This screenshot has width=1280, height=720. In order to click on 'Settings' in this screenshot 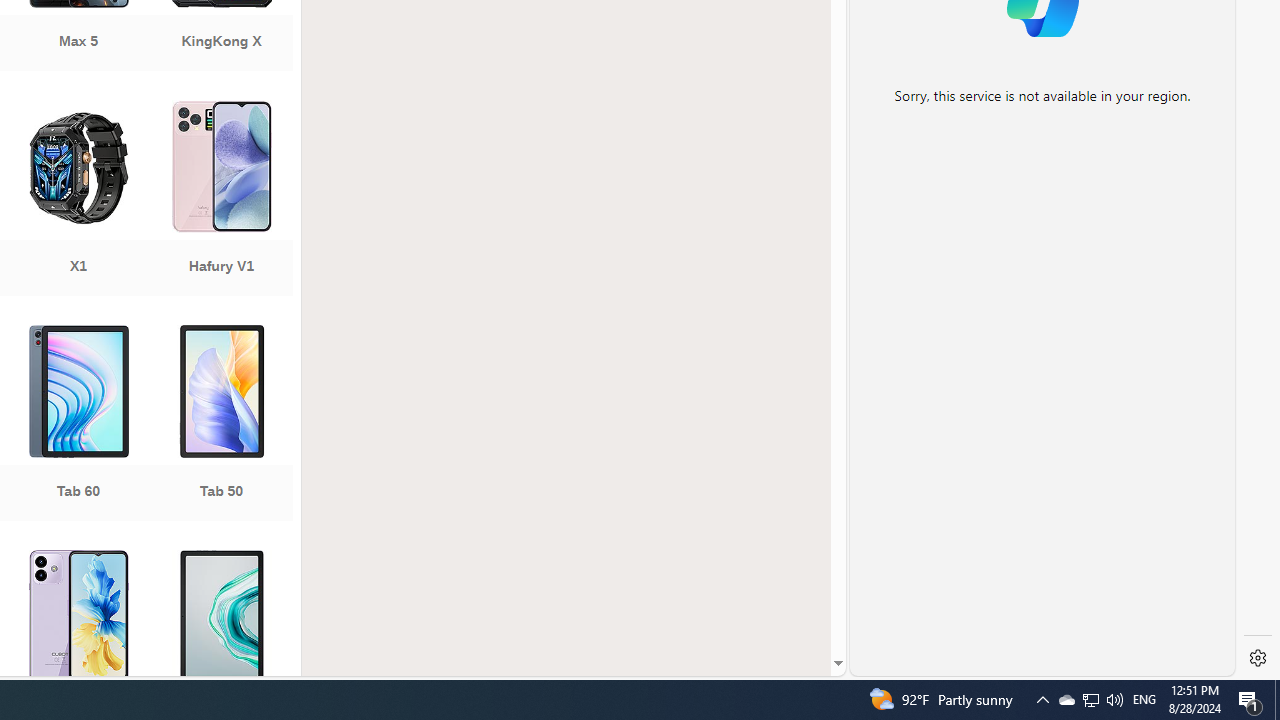, I will do `click(1257, 658)`.